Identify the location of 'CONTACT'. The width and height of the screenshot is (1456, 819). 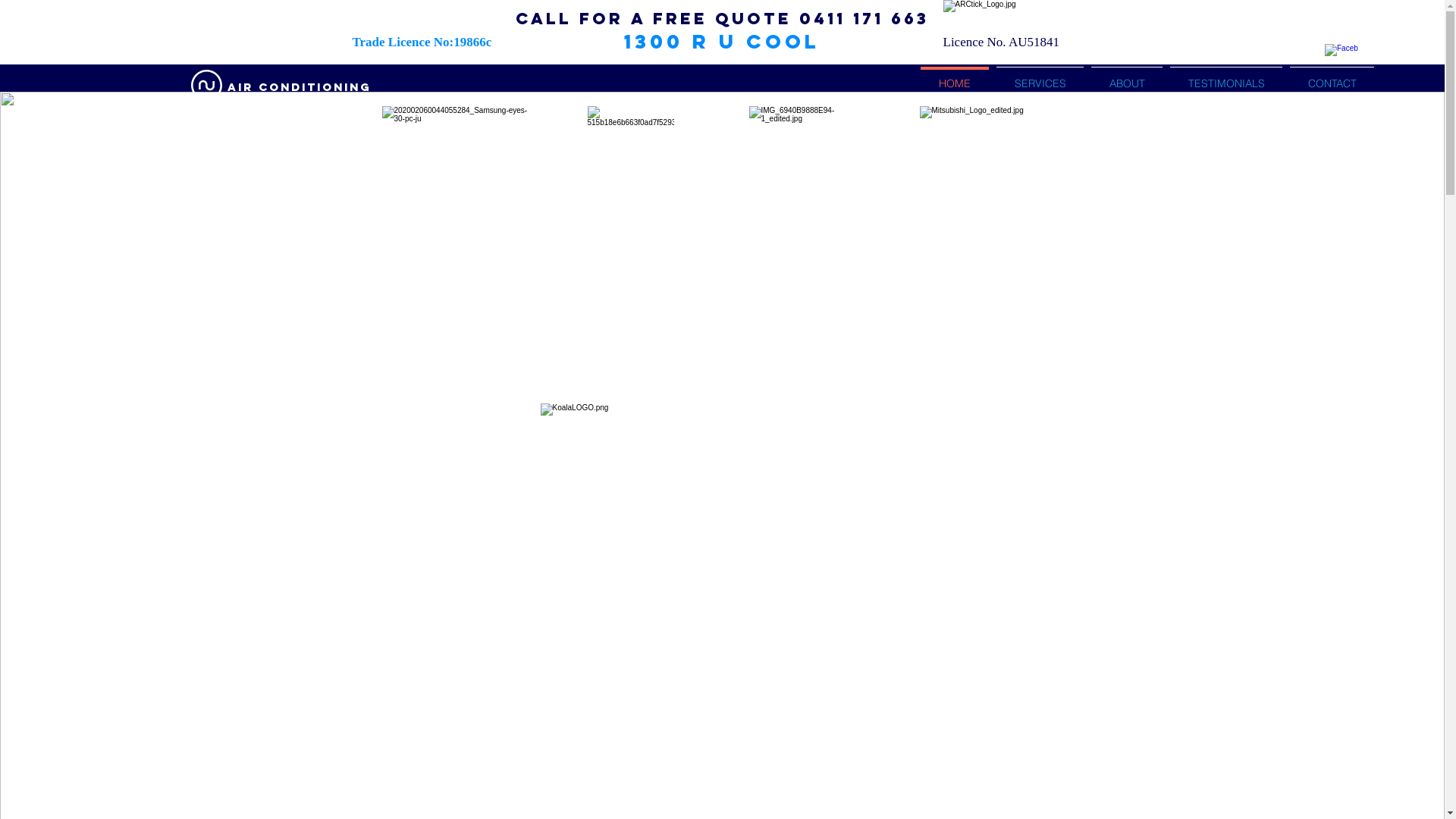
(1331, 77).